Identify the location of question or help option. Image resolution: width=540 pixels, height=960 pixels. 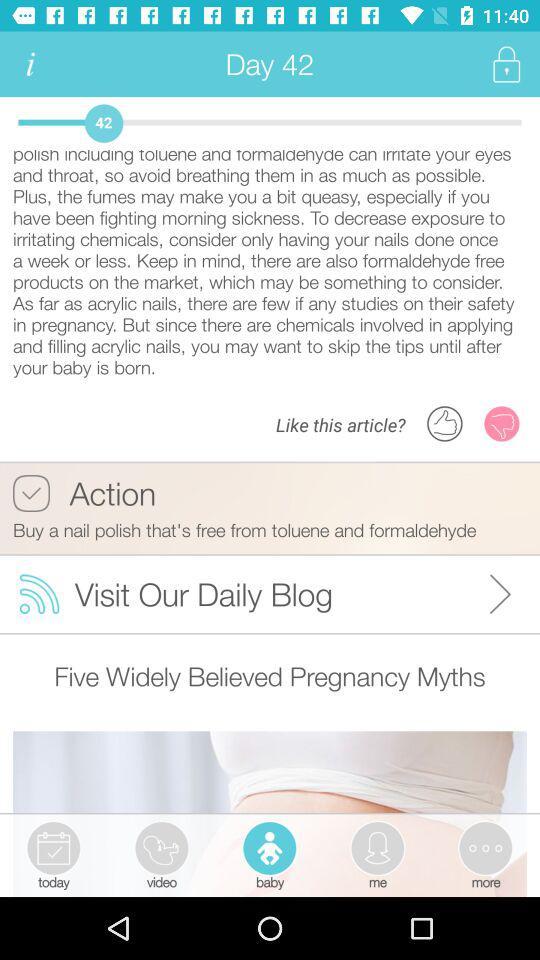
(29, 64).